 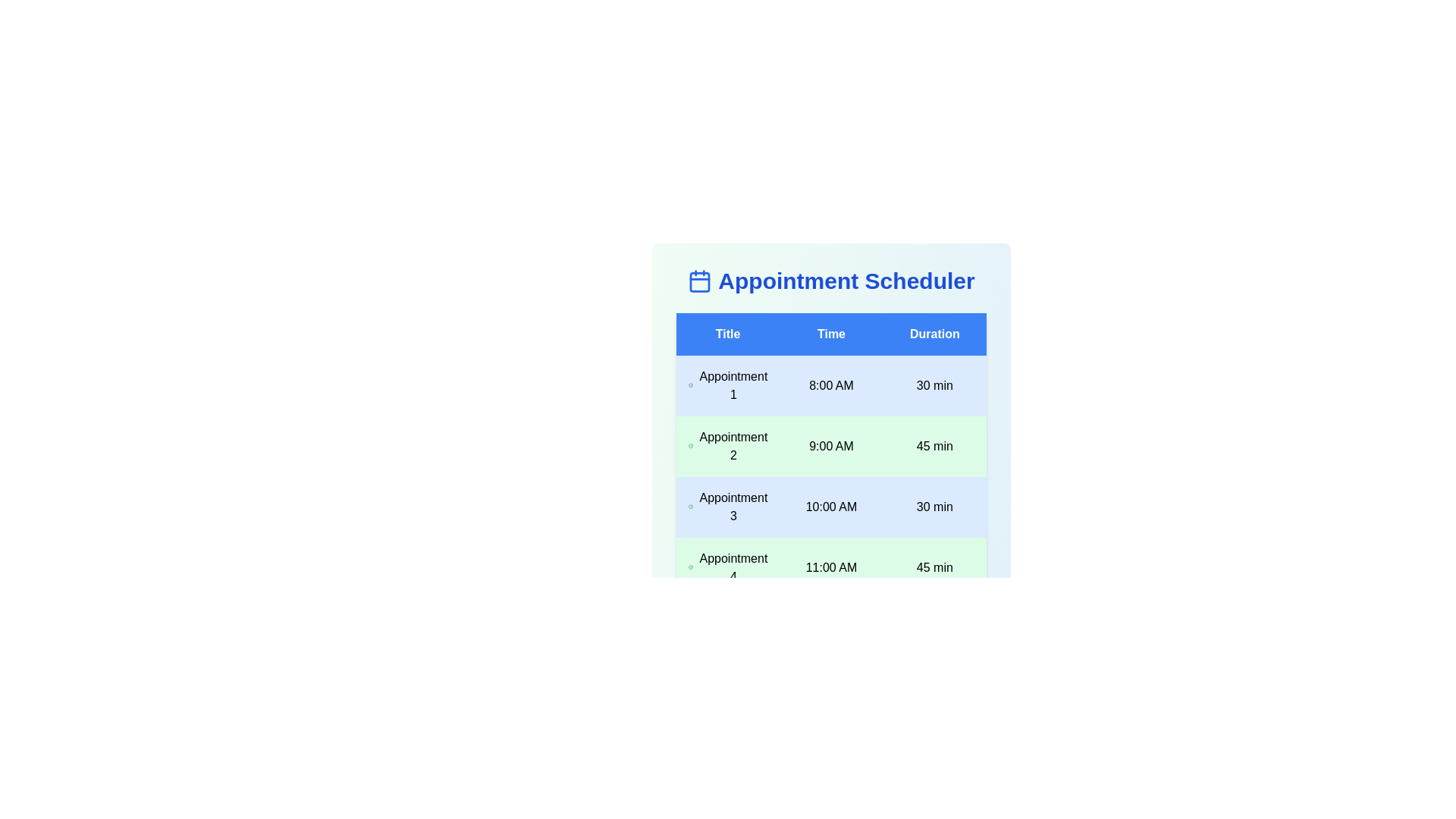 What do you see at coordinates (830, 567) in the screenshot?
I see `the row corresponding to Appointment 4 to select it` at bounding box center [830, 567].